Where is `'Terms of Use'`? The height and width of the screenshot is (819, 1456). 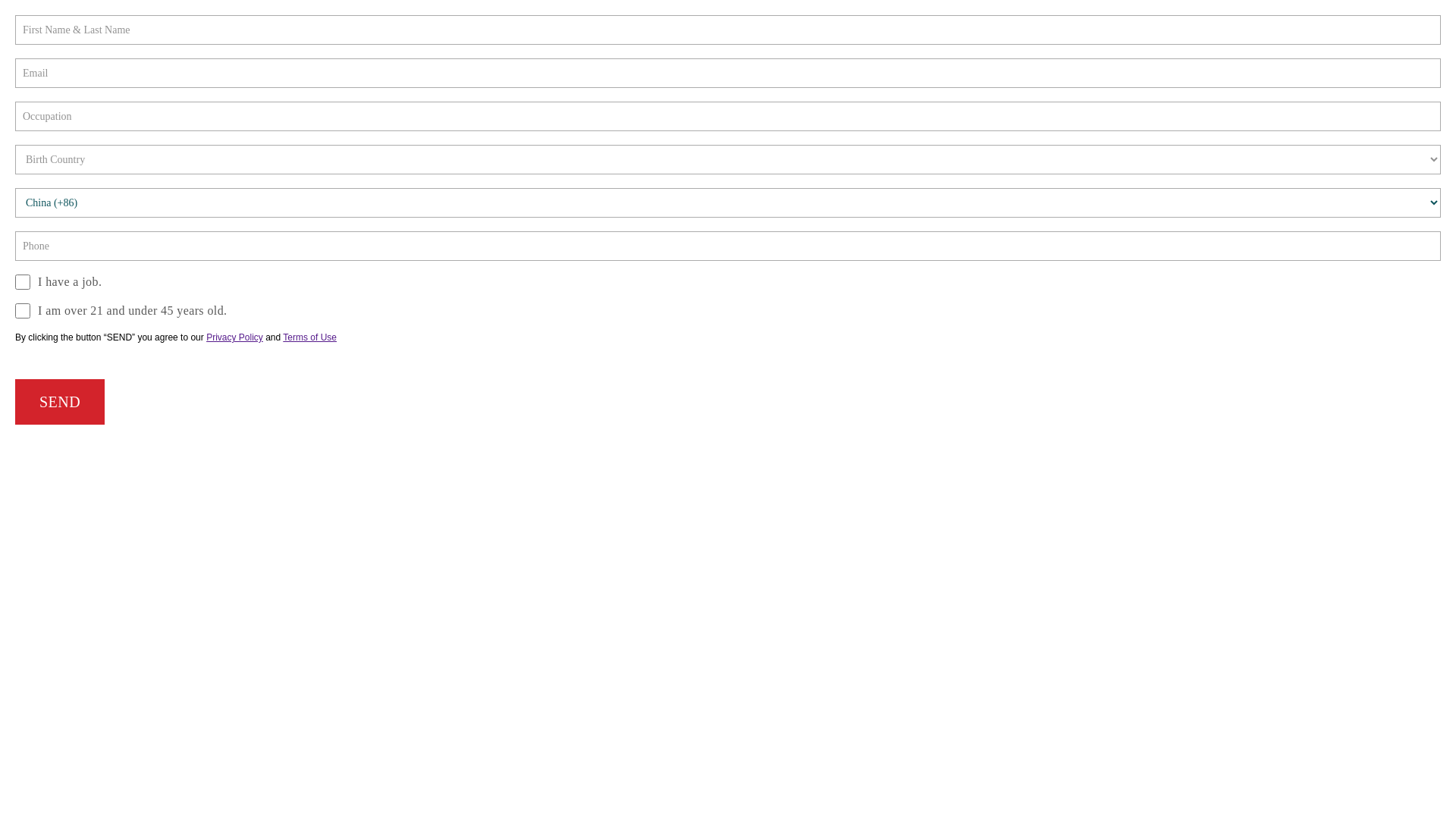
'Terms of Use' is located at coordinates (309, 336).